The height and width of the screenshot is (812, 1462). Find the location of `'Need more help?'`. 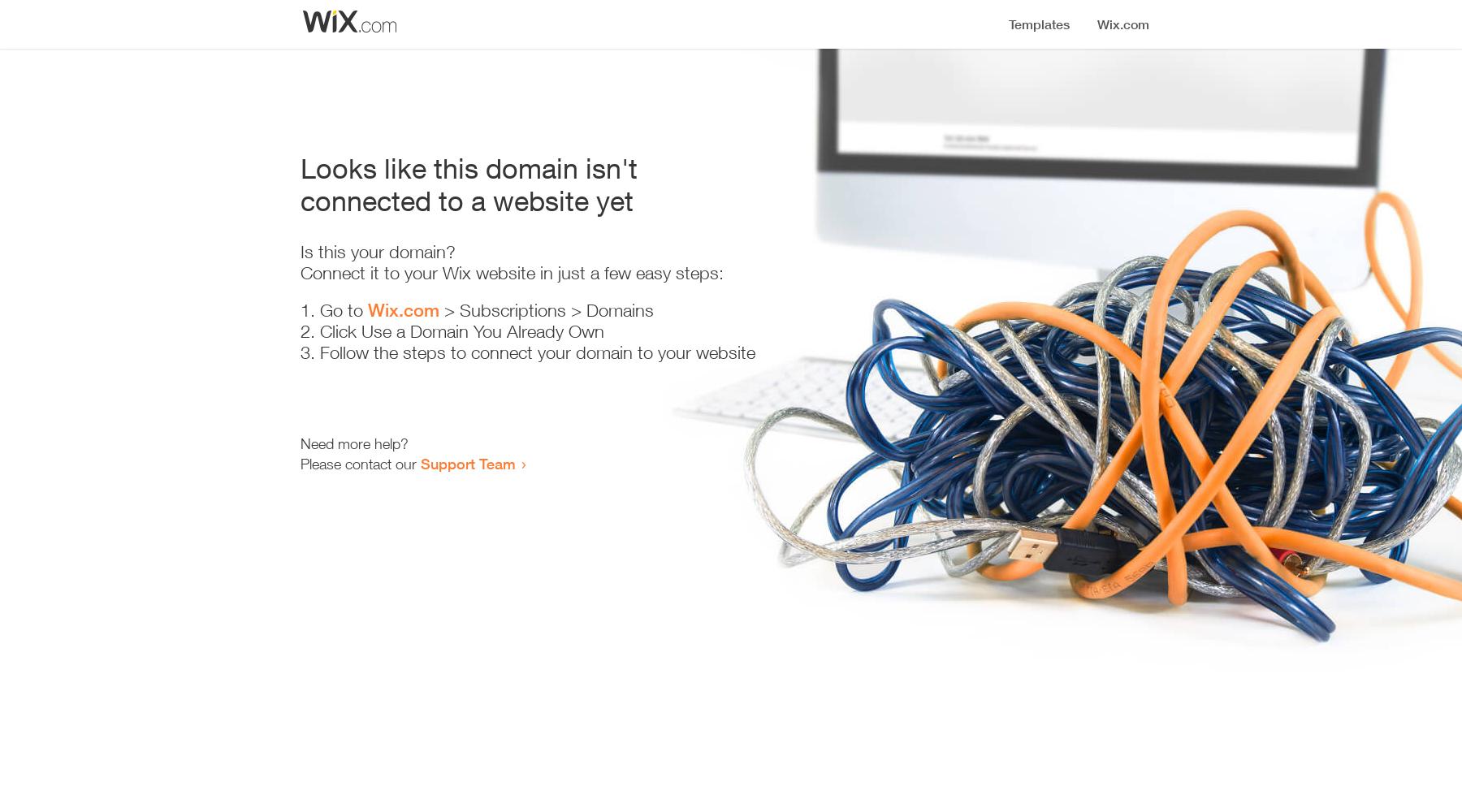

'Need more help?' is located at coordinates (354, 443).